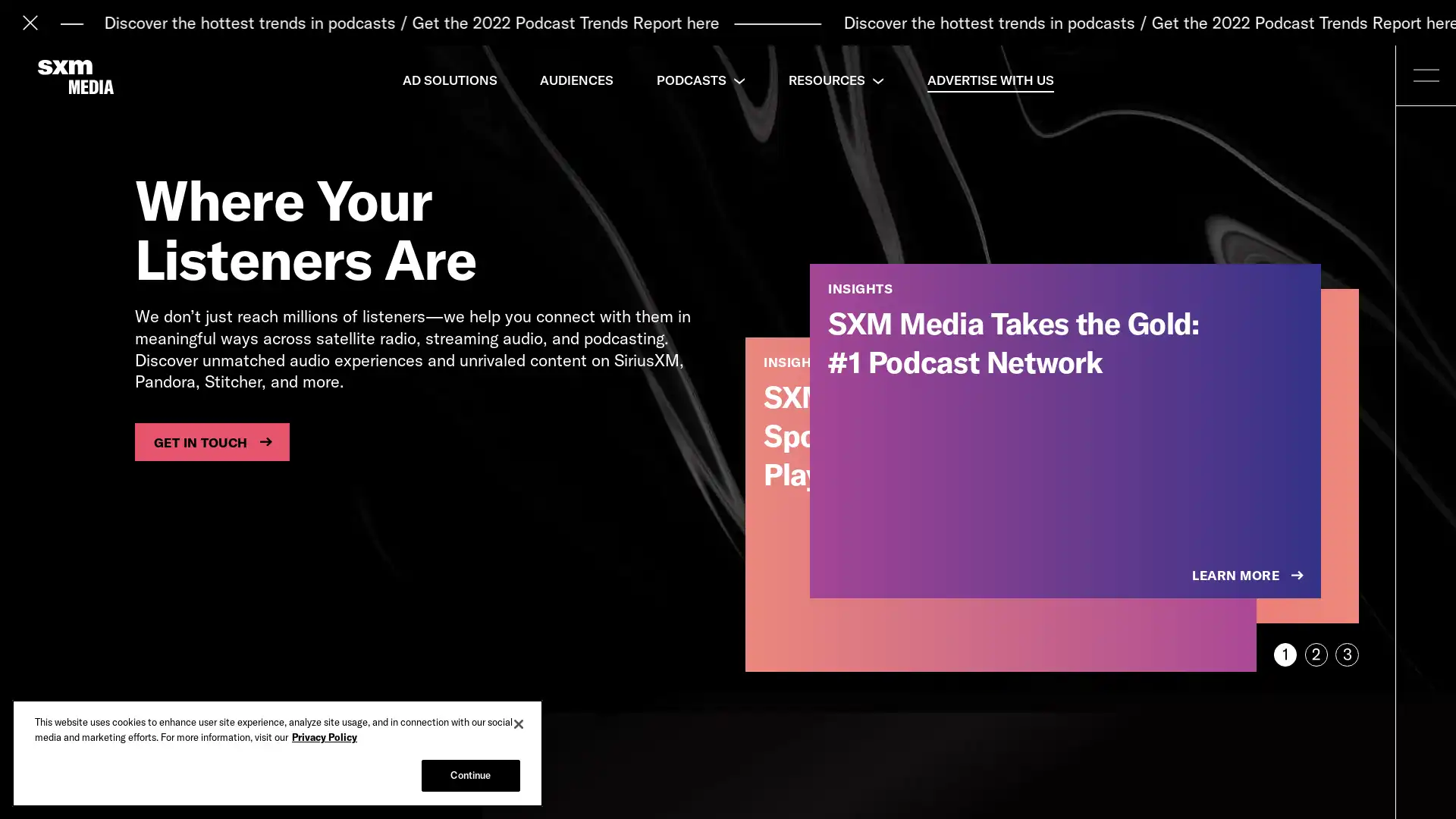 Image resolution: width=1456 pixels, height=819 pixels. What do you see at coordinates (1347, 654) in the screenshot?
I see `3` at bounding box center [1347, 654].